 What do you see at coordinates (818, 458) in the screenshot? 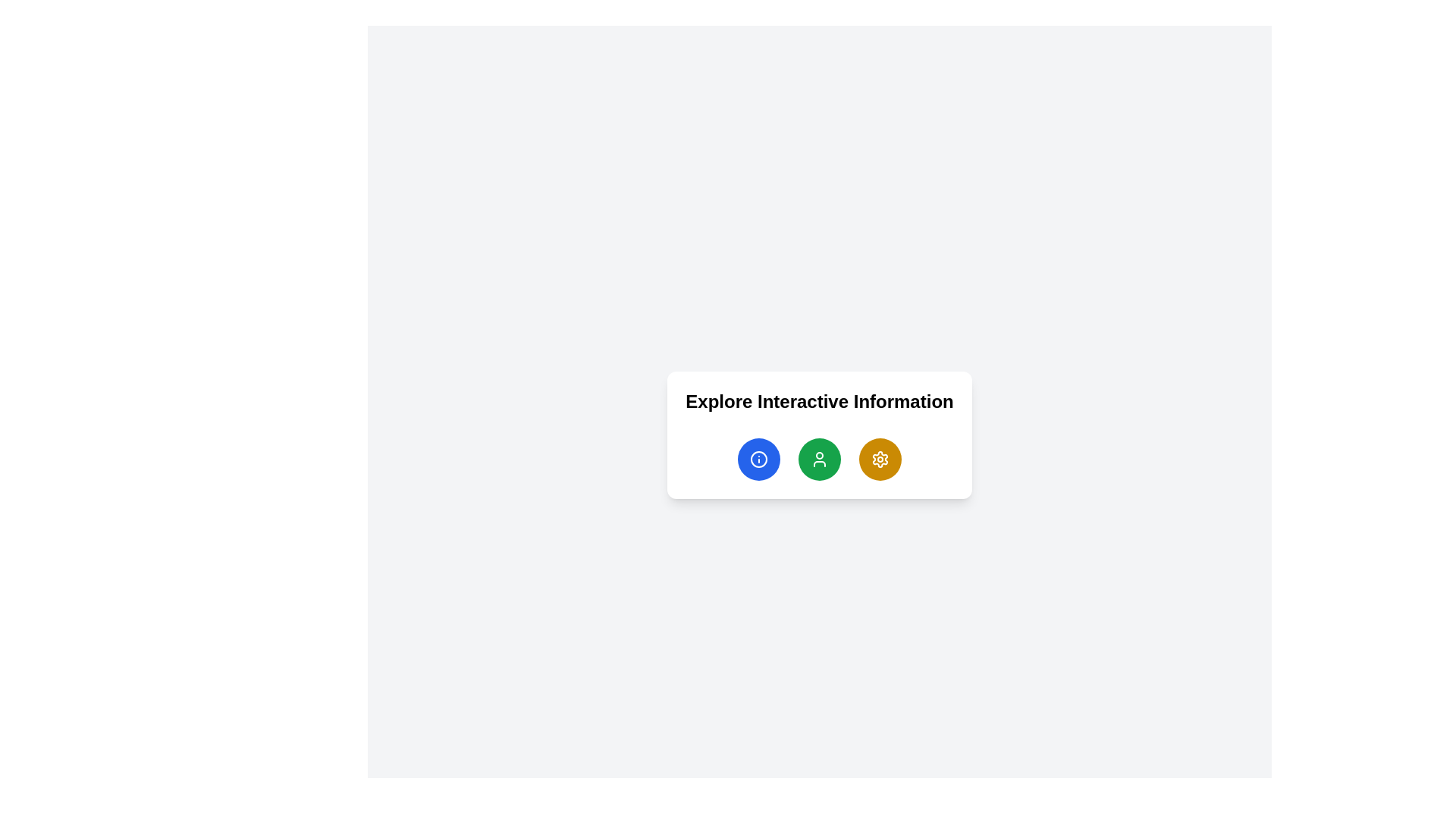
I see `the second button in the row of three buttons located below the text 'Explore Interactive Information'` at bounding box center [818, 458].